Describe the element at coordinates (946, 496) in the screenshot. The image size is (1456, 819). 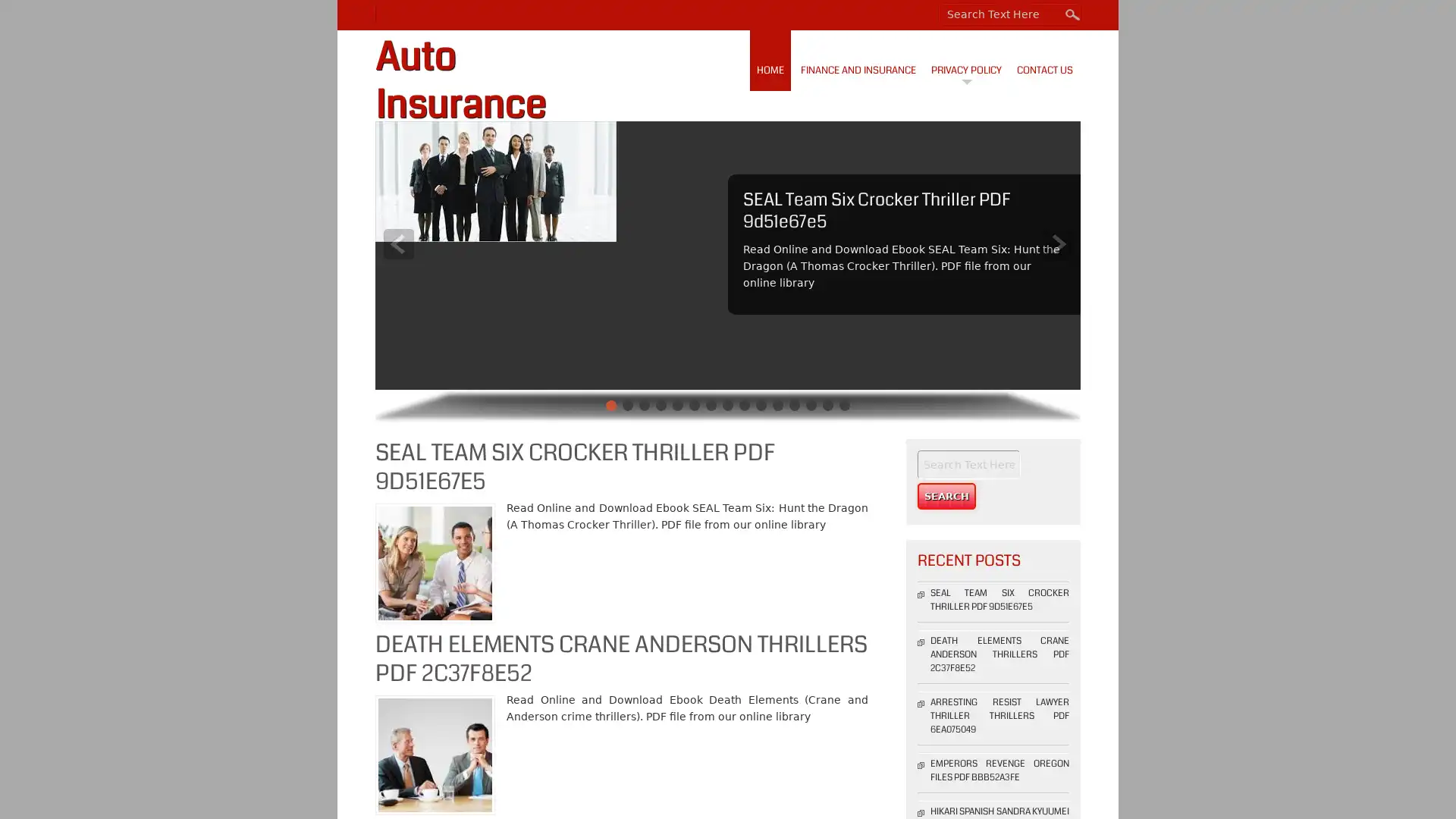
I see `Search` at that location.